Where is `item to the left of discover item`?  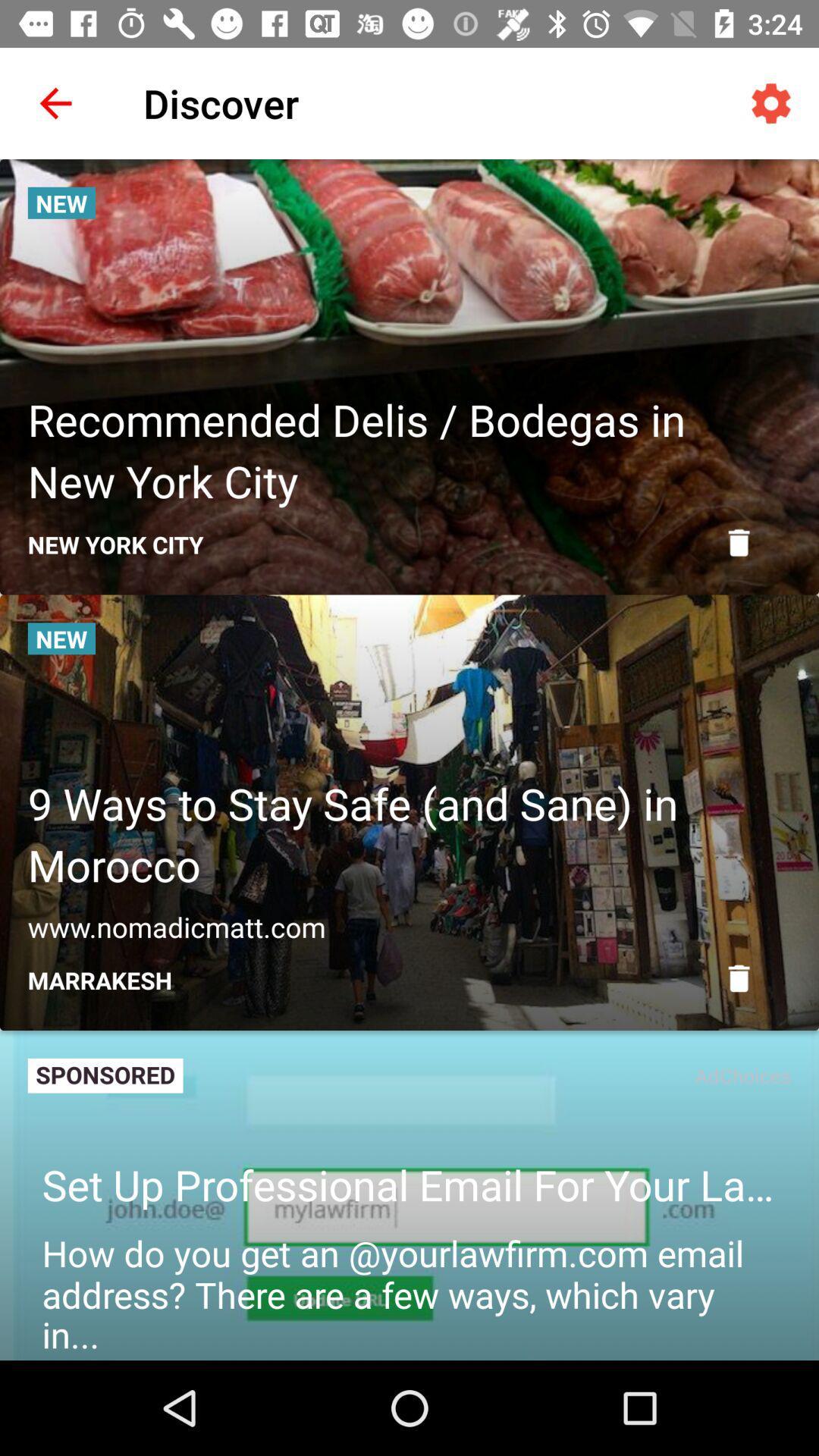
item to the left of discover item is located at coordinates (55, 102).